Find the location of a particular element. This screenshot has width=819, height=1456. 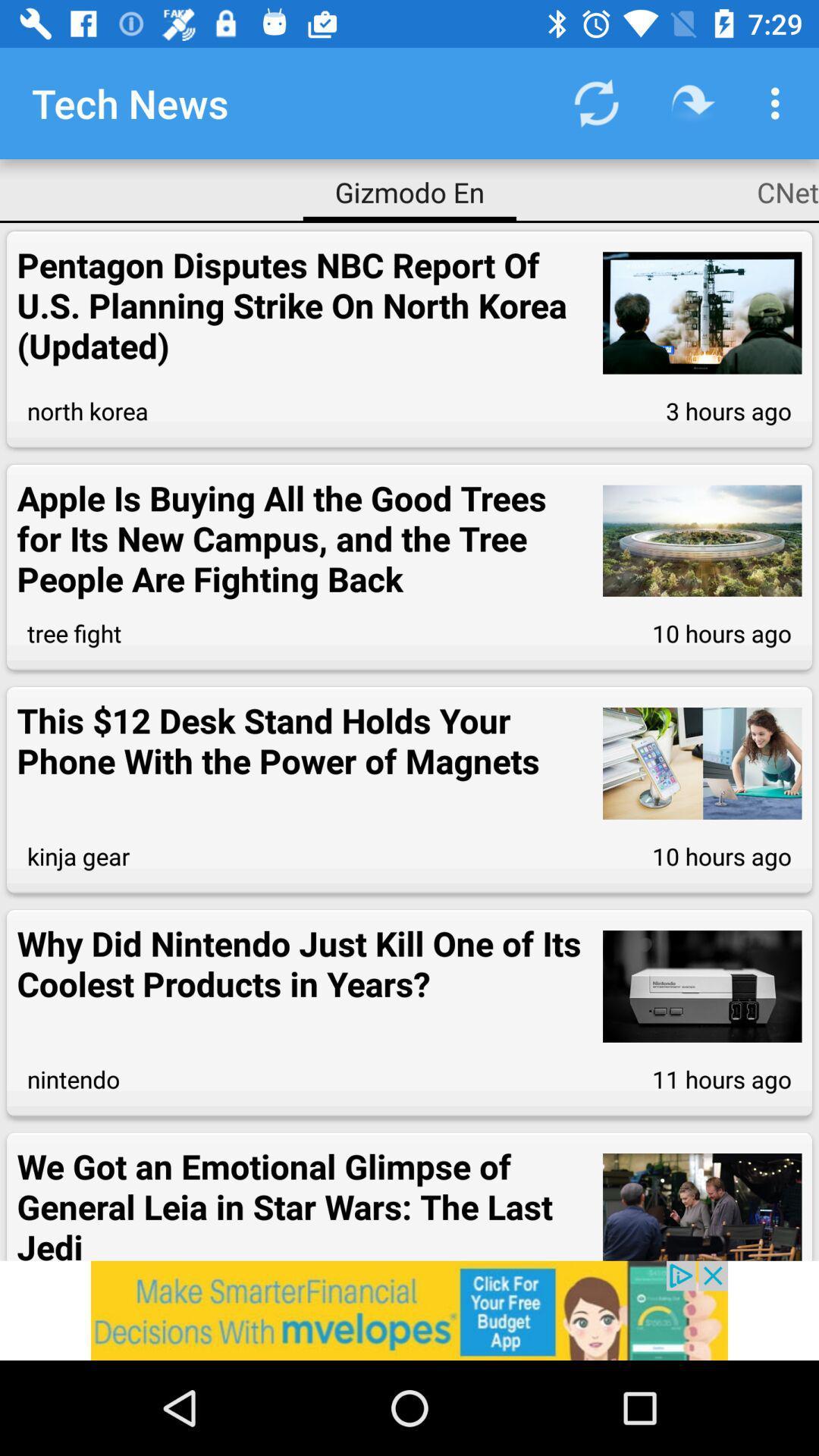

advertisement free budget app is located at coordinates (409, 1310).